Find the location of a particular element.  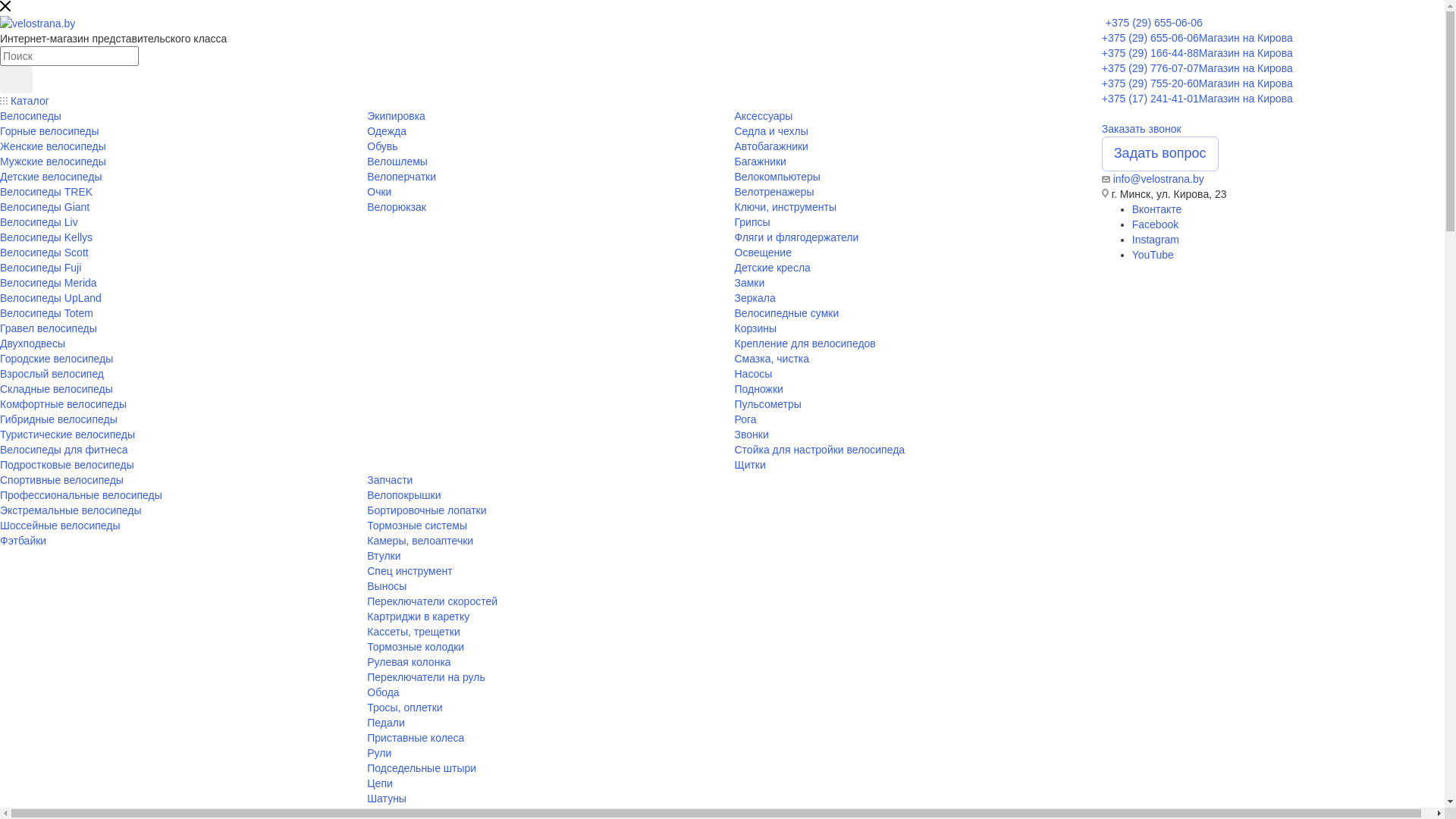

'velostrana.by' is located at coordinates (37, 23).